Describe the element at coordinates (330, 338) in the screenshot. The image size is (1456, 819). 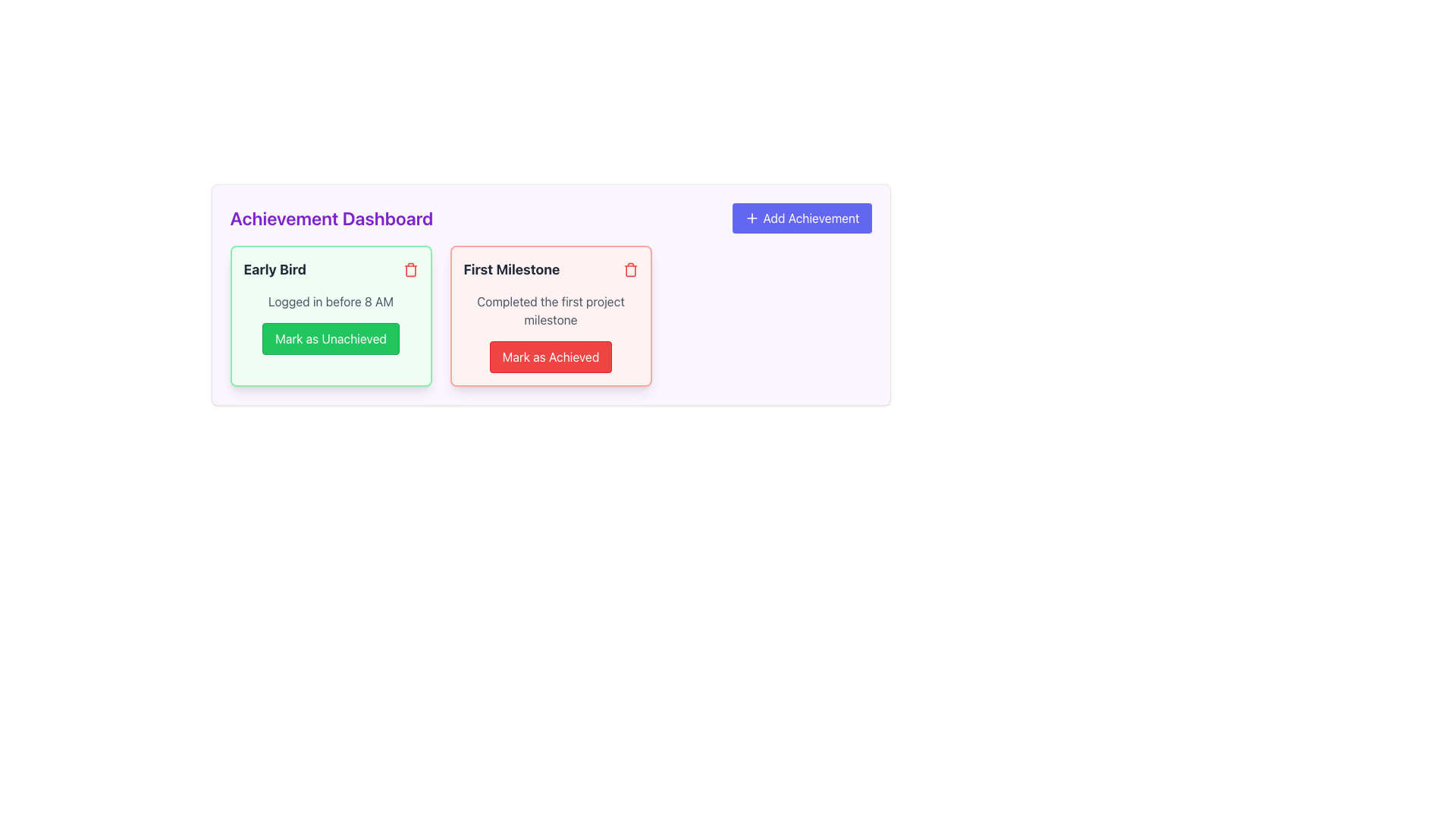
I see `the 'Early Bird' achievement button located below the 'Logged in before 8 AM' text to mark the achievement as unachieved` at that location.